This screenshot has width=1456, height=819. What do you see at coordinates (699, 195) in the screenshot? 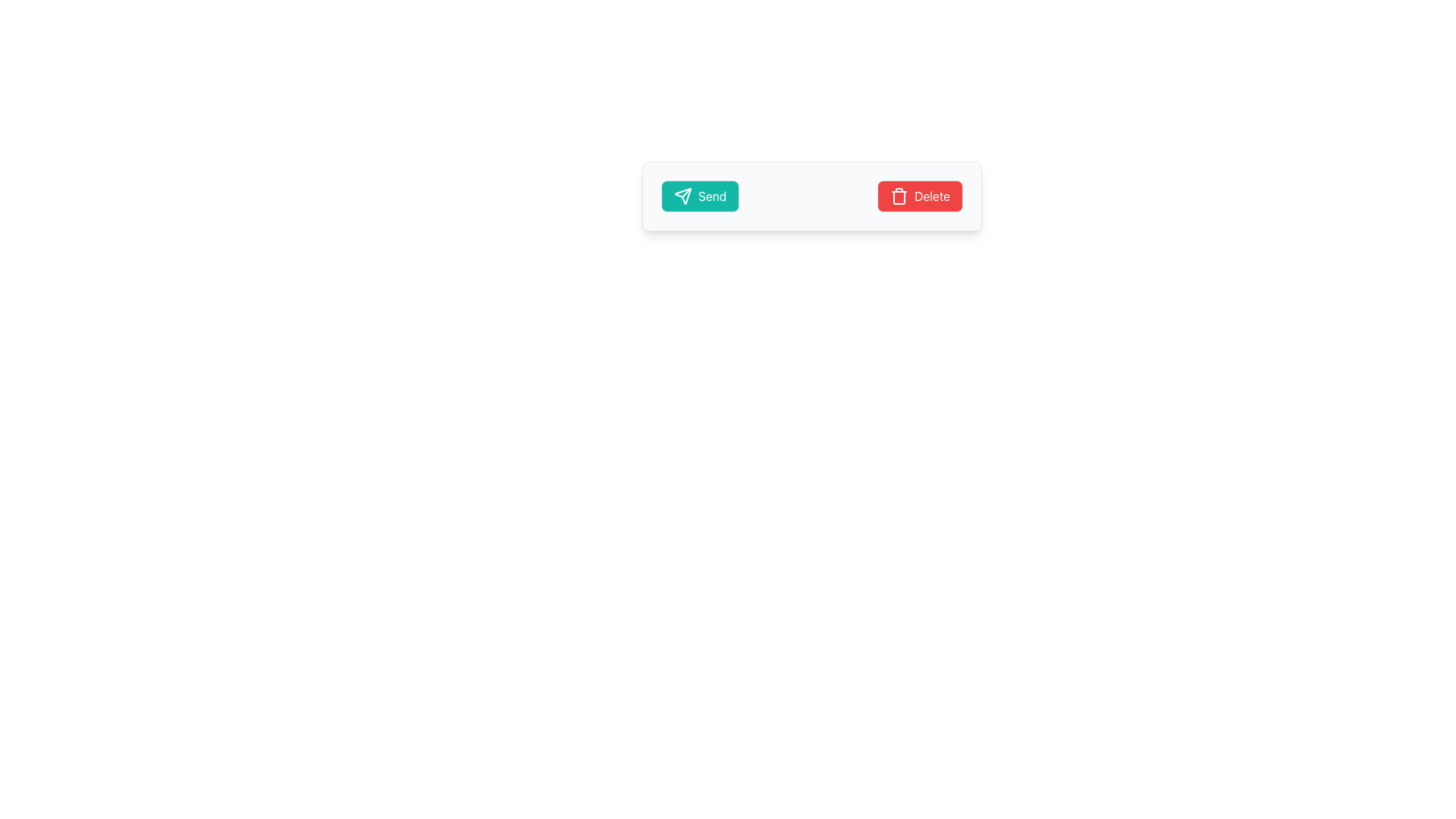
I see `the 'Send' button` at bounding box center [699, 195].